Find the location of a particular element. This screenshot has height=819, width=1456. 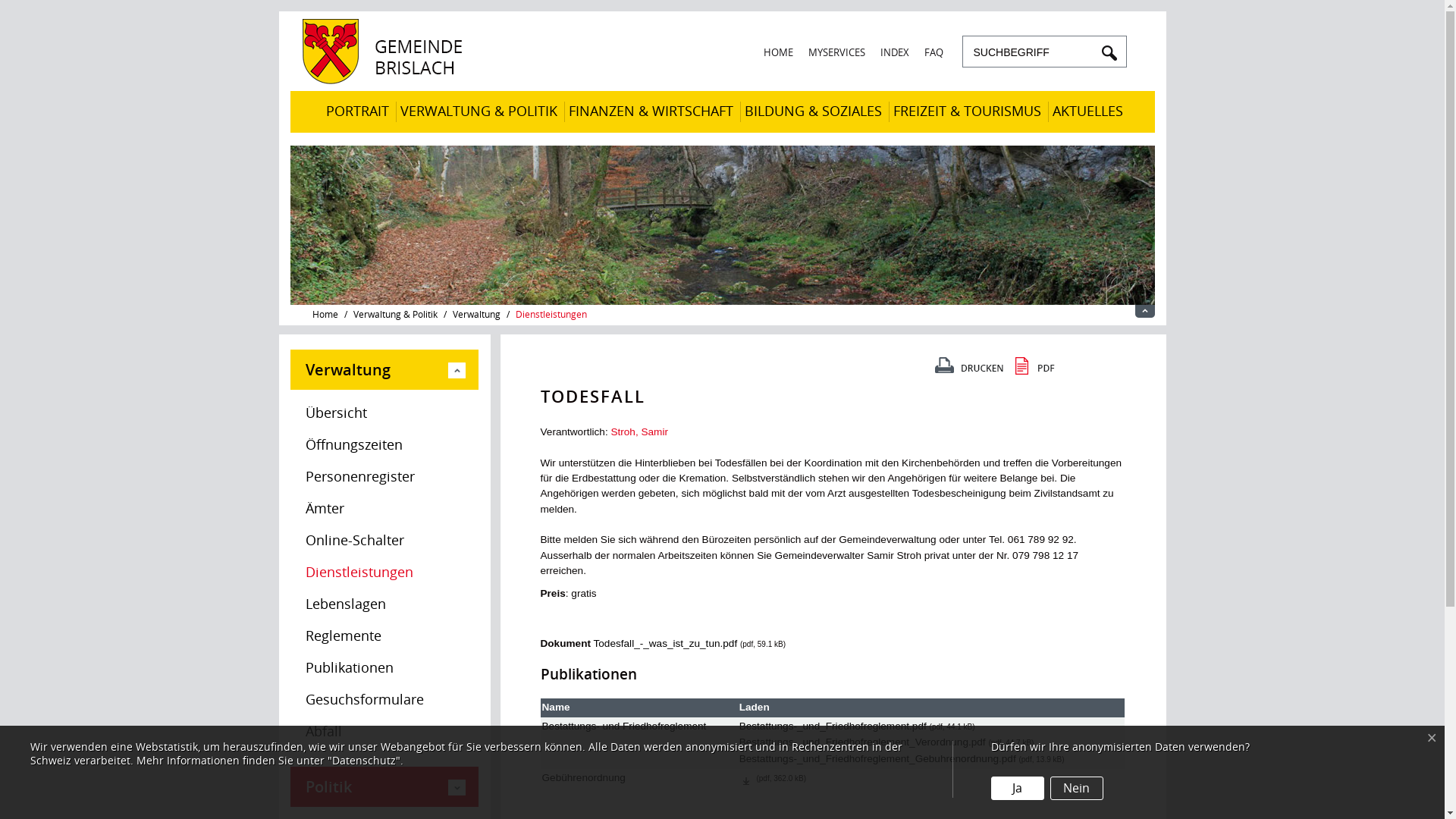

'AKTUELLES' is located at coordinates (1087, 111).